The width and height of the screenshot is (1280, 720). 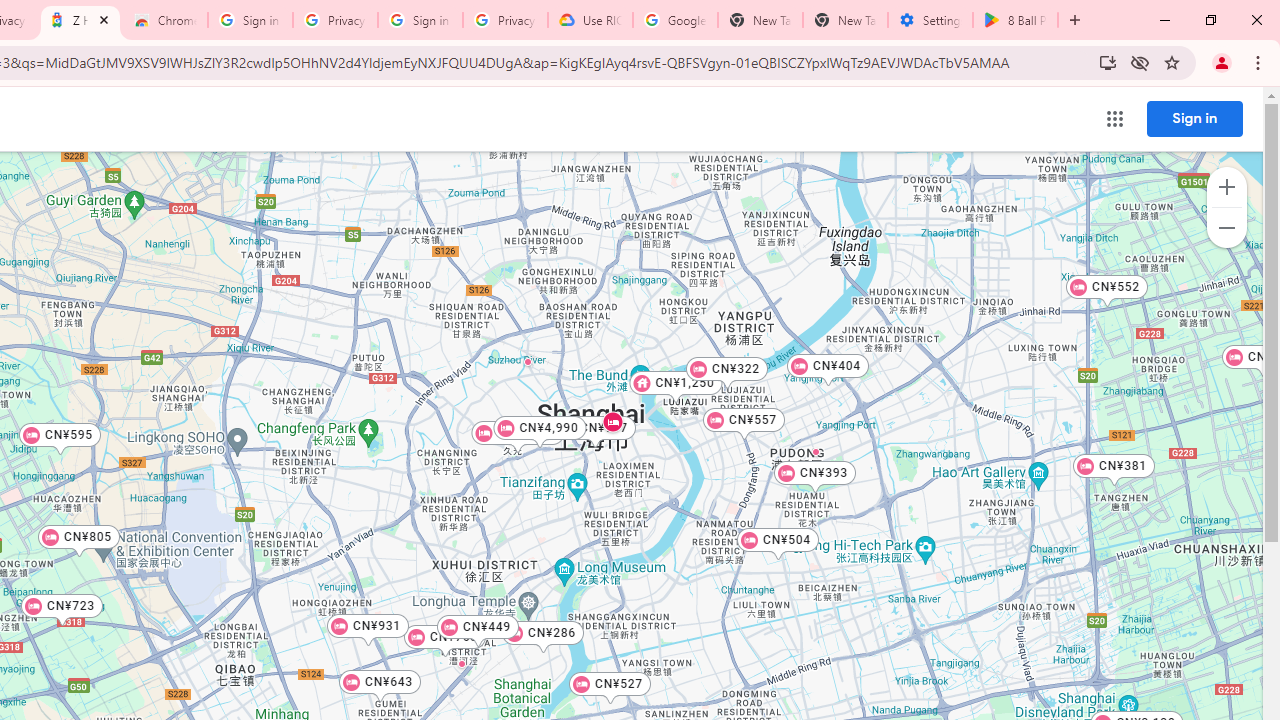 What do you see at coordinates (929, 20) in the screenshot?
I see `'Settings - System'` at bounding box center [929, 20].